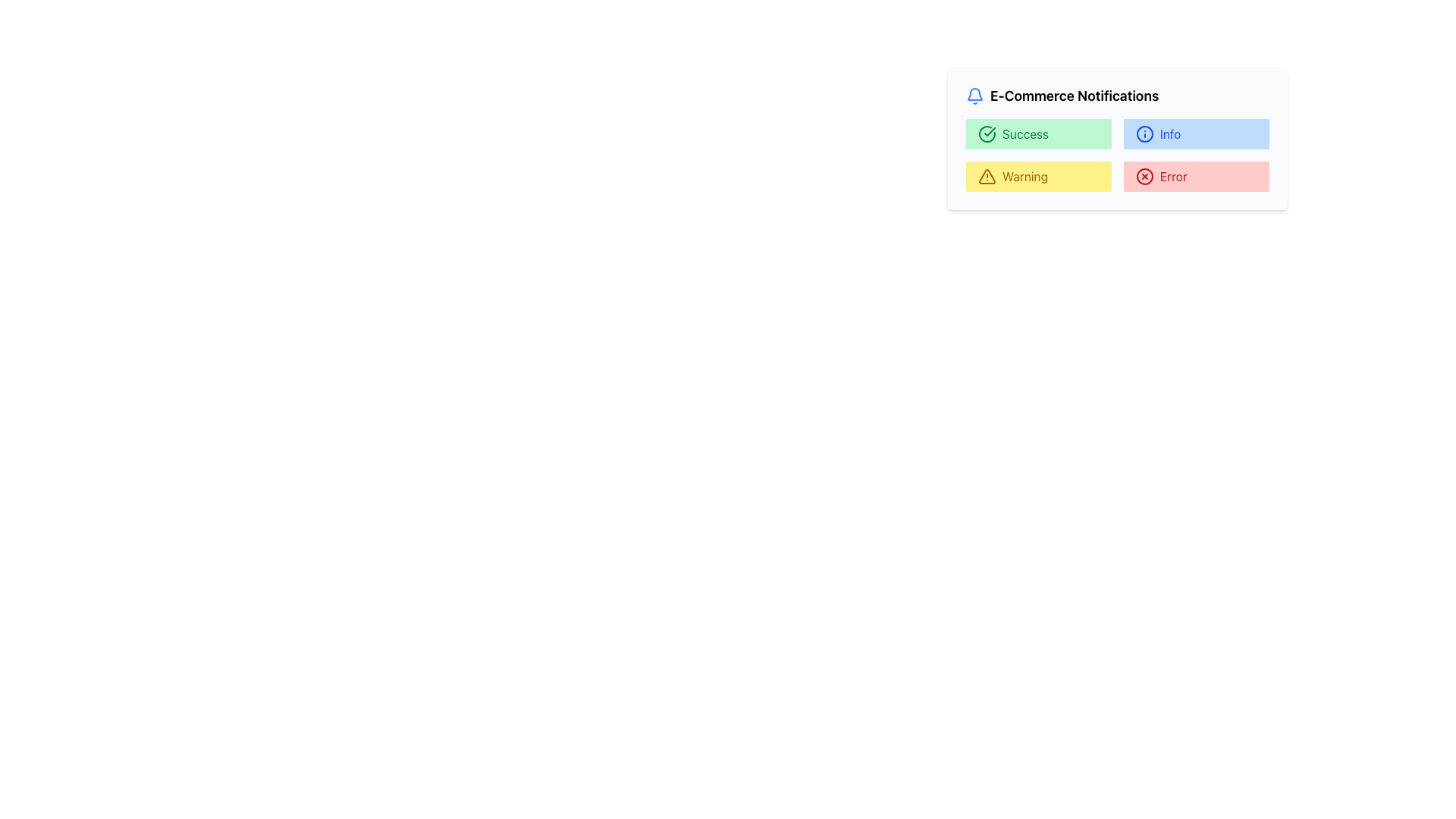  Describe the element at coordinates (1145, 133) in the screenshot. I see `the graphical representation of the circular 'info' icon located at the start of the 'Info' button with a light blue background` at that location.